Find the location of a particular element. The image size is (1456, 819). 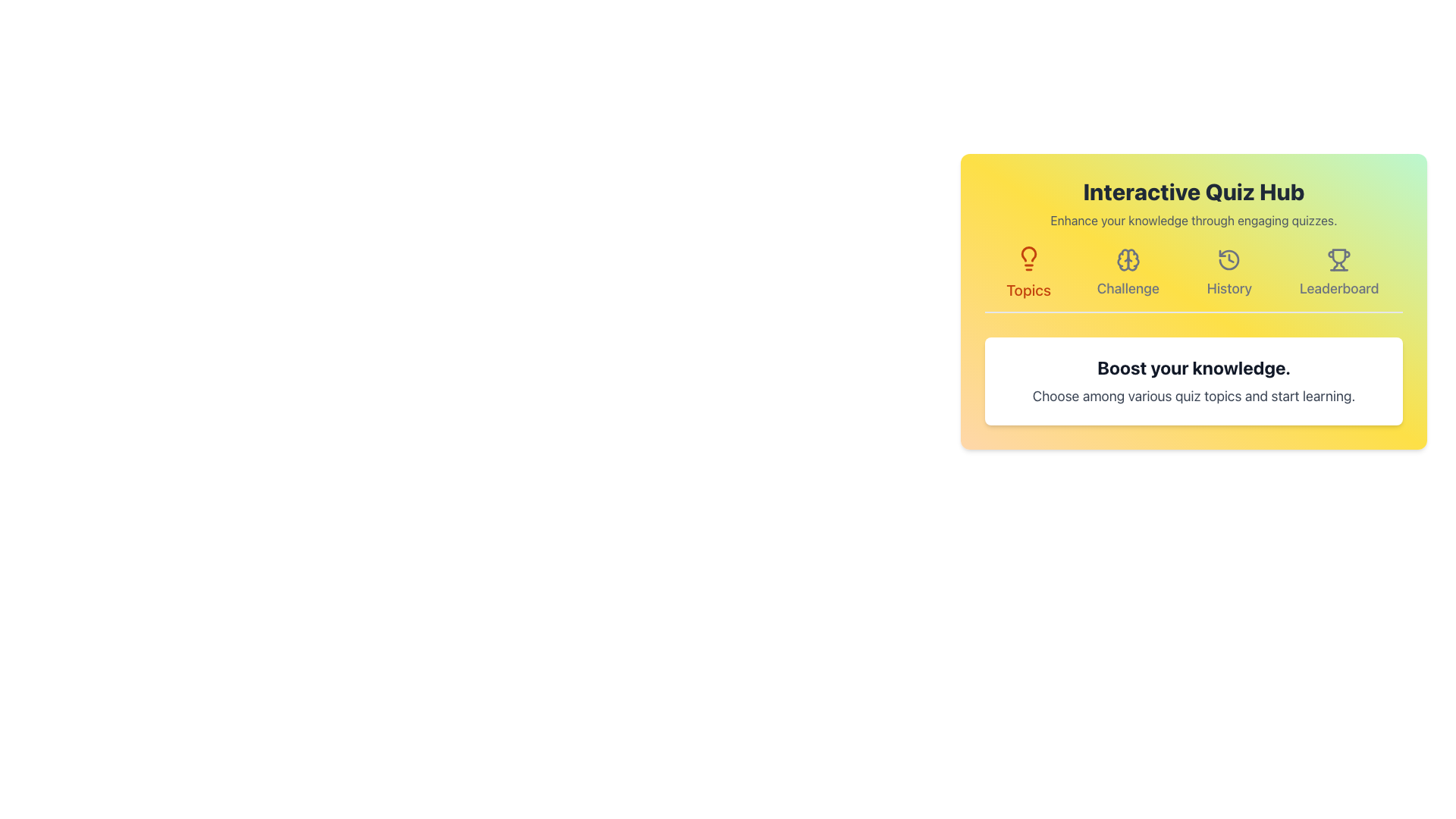

the IconButton that features a brain icon and the text 'Challenge' is located at coordinates (1128, 274).